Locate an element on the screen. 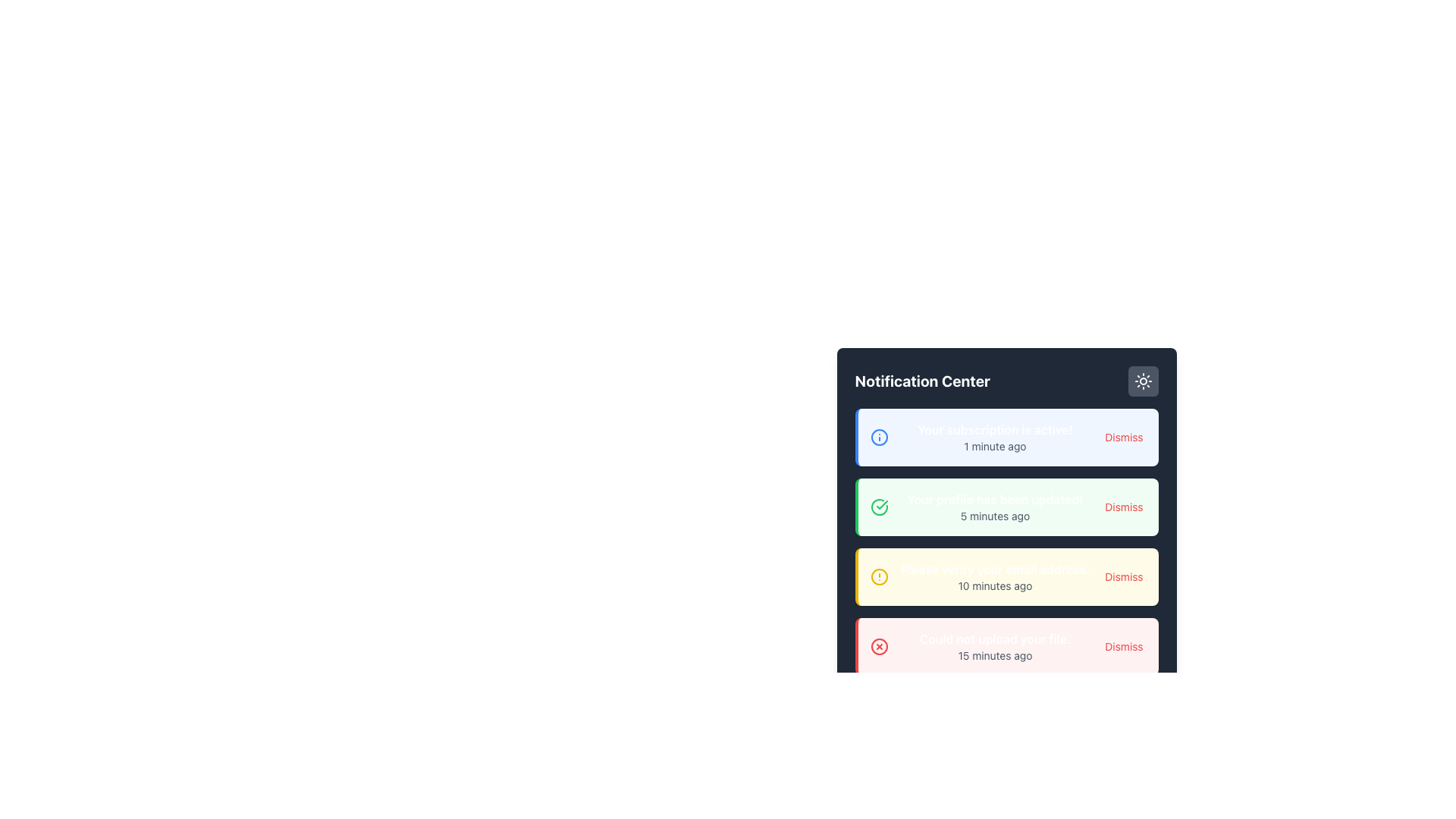 The image size is (1456, 819). text of the title label in the 'Notification Center' panel, which is located at the top-left corner of the panel is located at coordinates (921, 380).